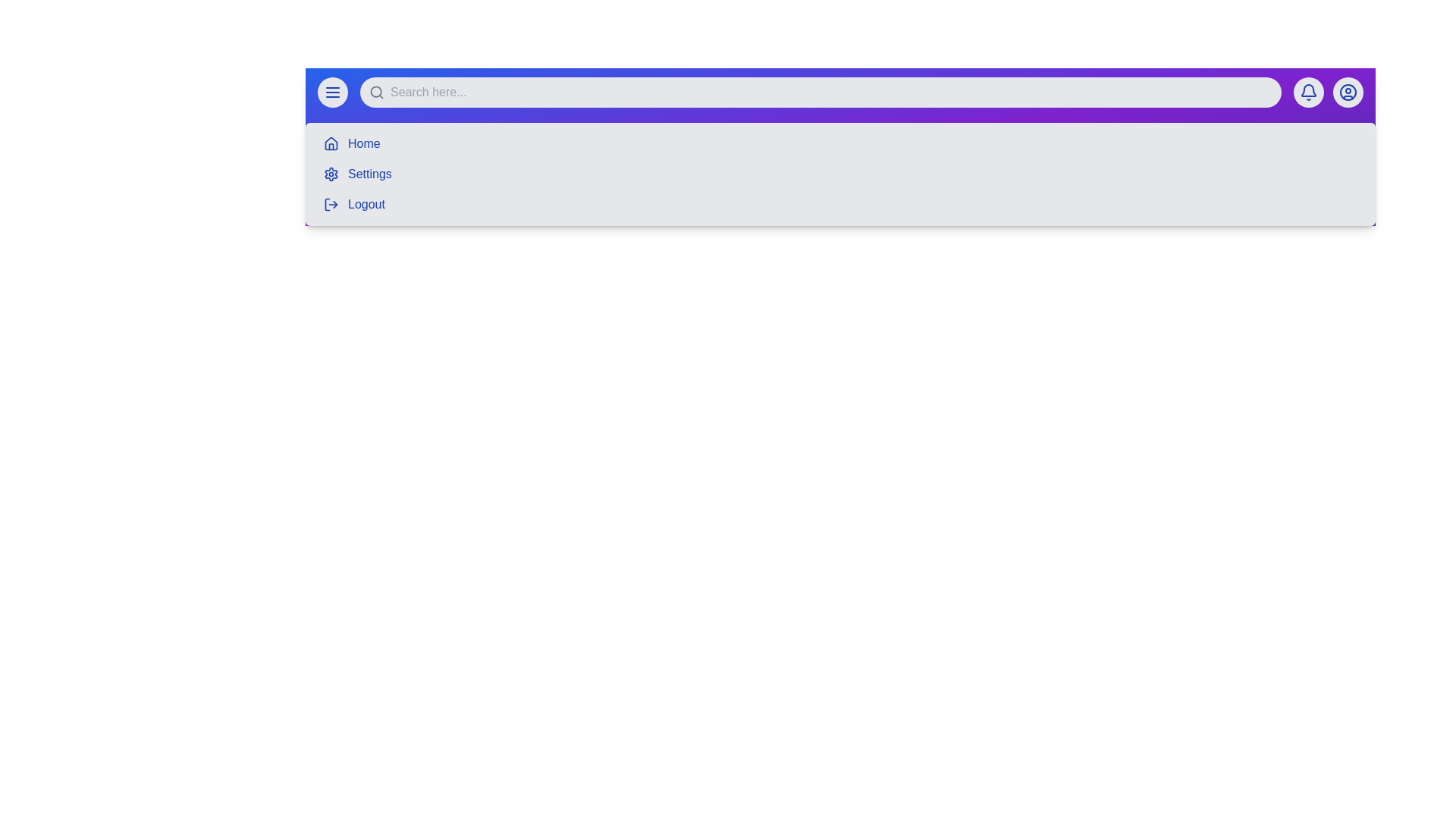  What do you see at coordinates (819, 93) in the screenshot?
I see `the search field and type the text 'example'` at bounding box center [819, 93].